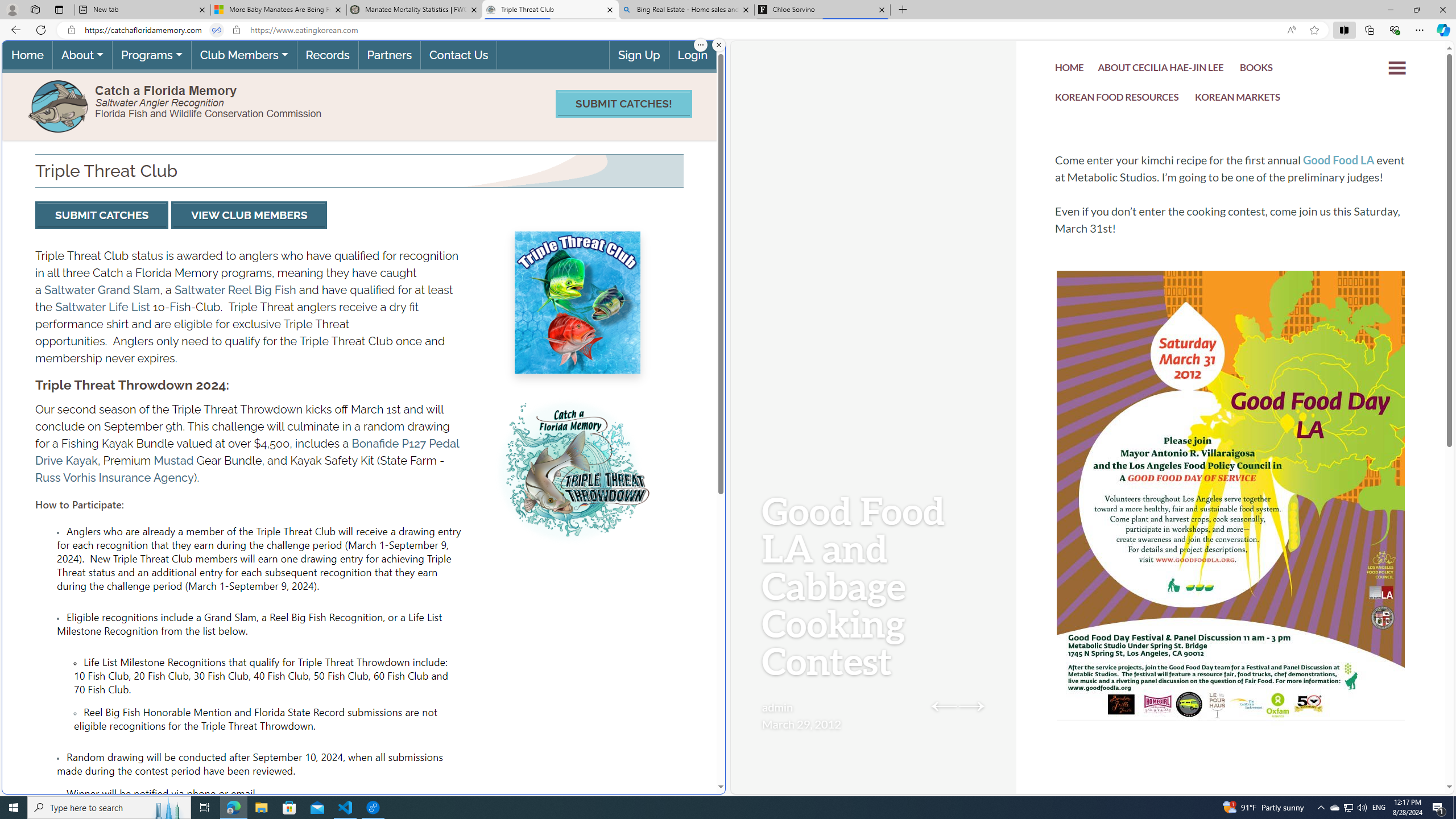  I want to click on 'HOME', so click(1069, 69).